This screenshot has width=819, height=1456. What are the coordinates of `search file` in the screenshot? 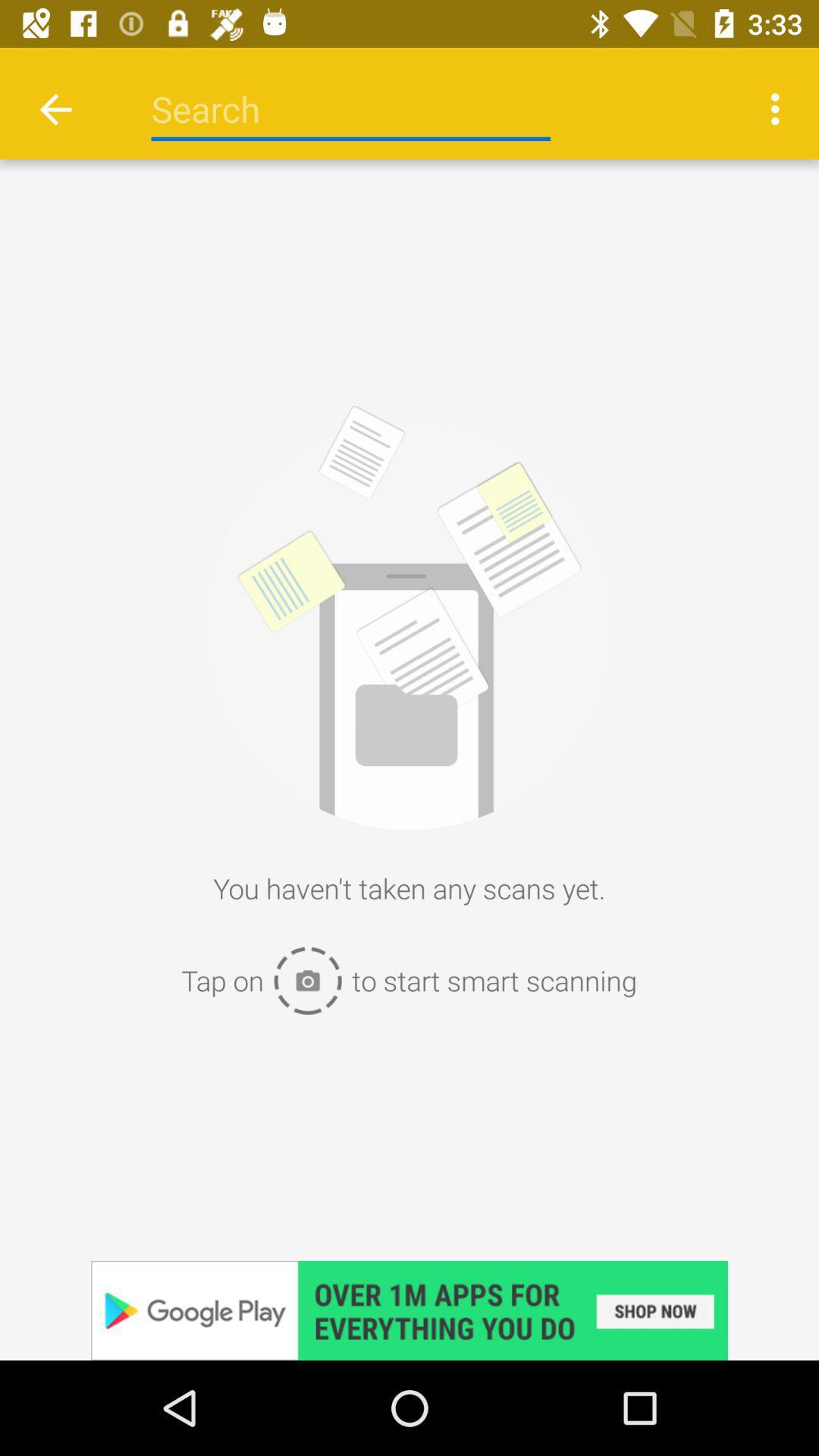 It's located at (350, 108).